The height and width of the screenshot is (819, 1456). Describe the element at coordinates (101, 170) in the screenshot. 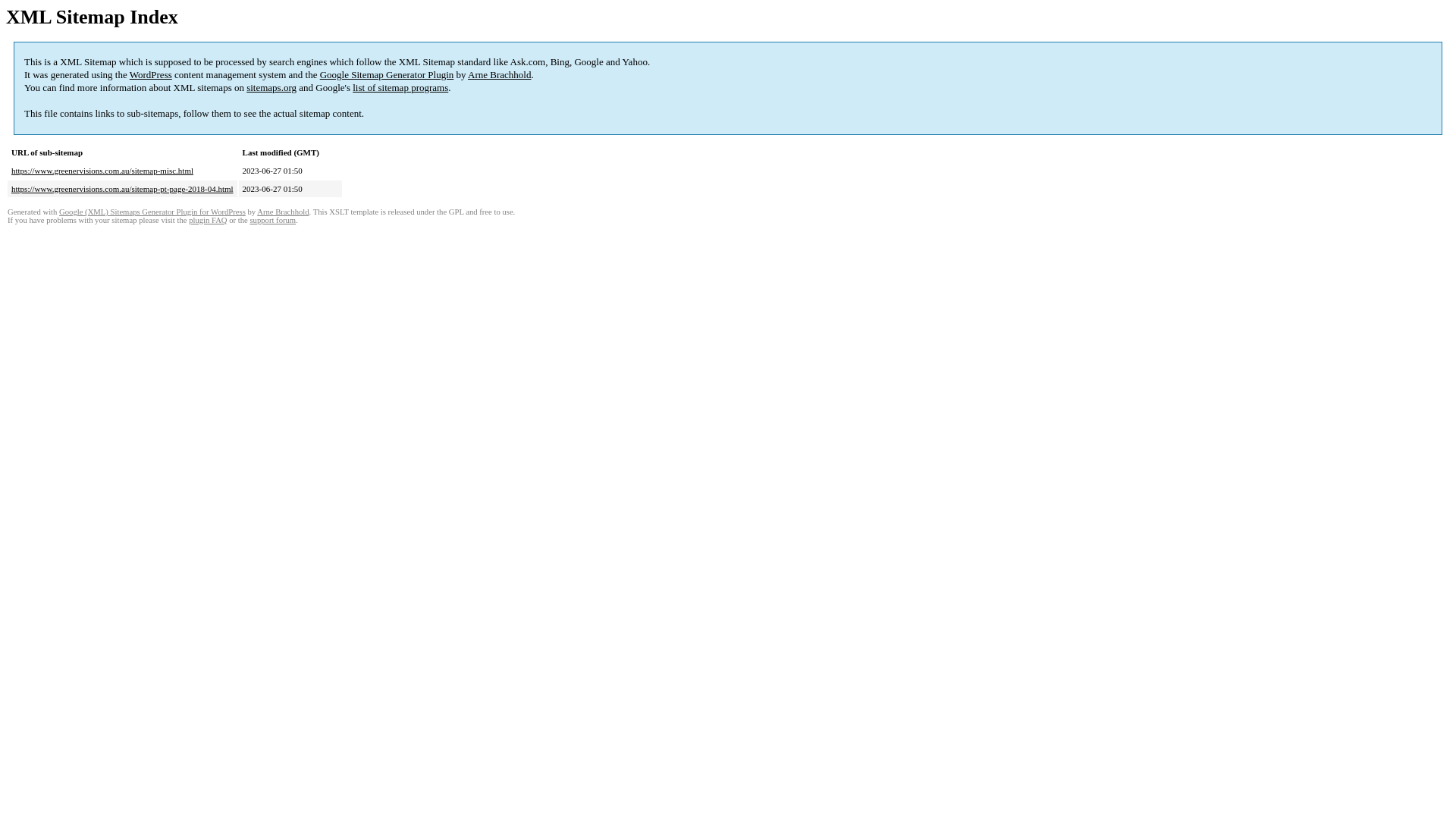

I see `'https://www.greenervisions.com.au/sitemap-misc.html'` at that location.